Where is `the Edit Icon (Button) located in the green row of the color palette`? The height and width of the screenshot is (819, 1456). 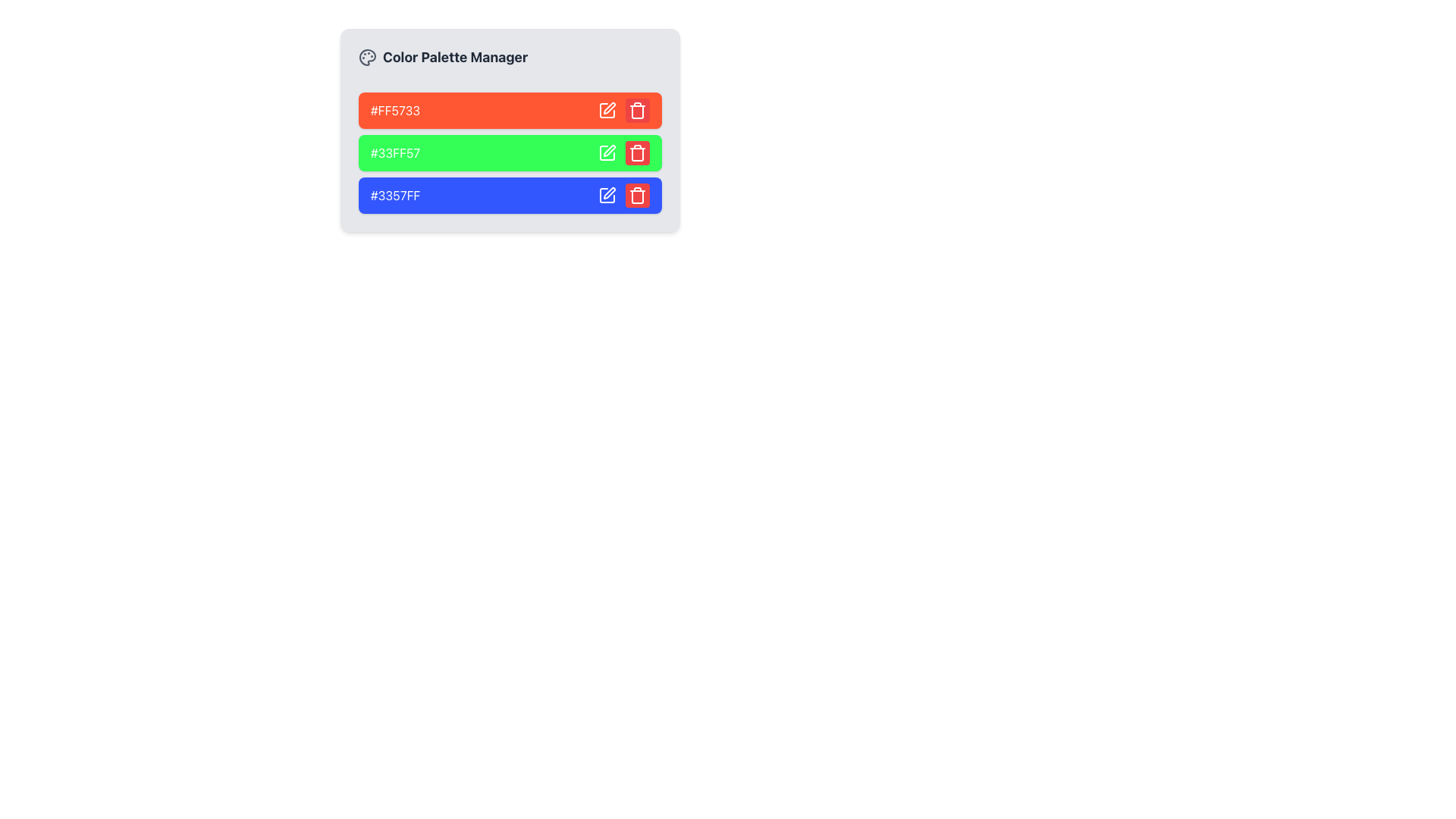
the Edit Icon (Button) located in the green row of the color palette is located at coordinates (607, 152).